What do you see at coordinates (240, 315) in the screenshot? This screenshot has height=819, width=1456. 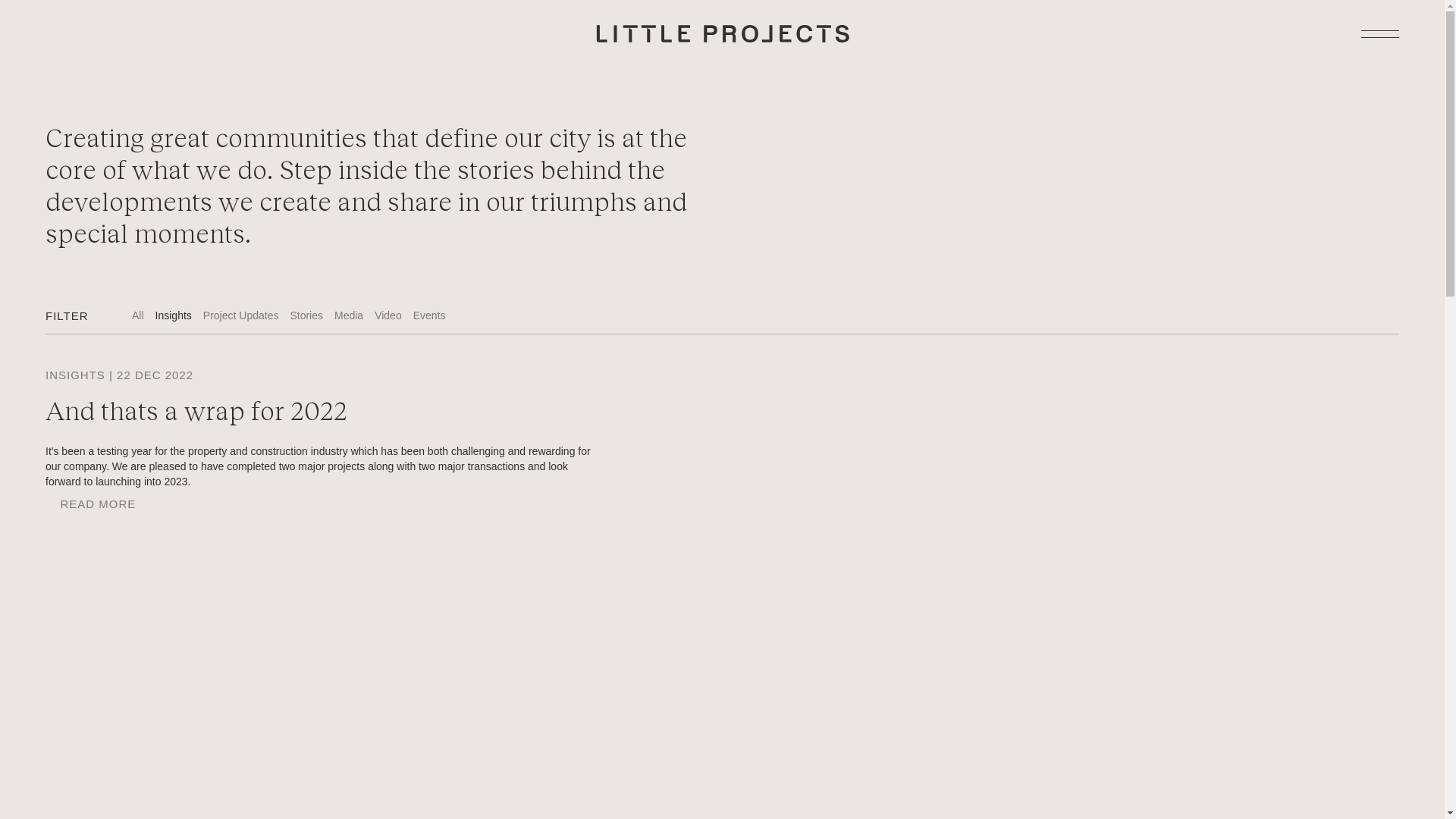 I see `'Project Updates'` at bounding box center [240, 315].